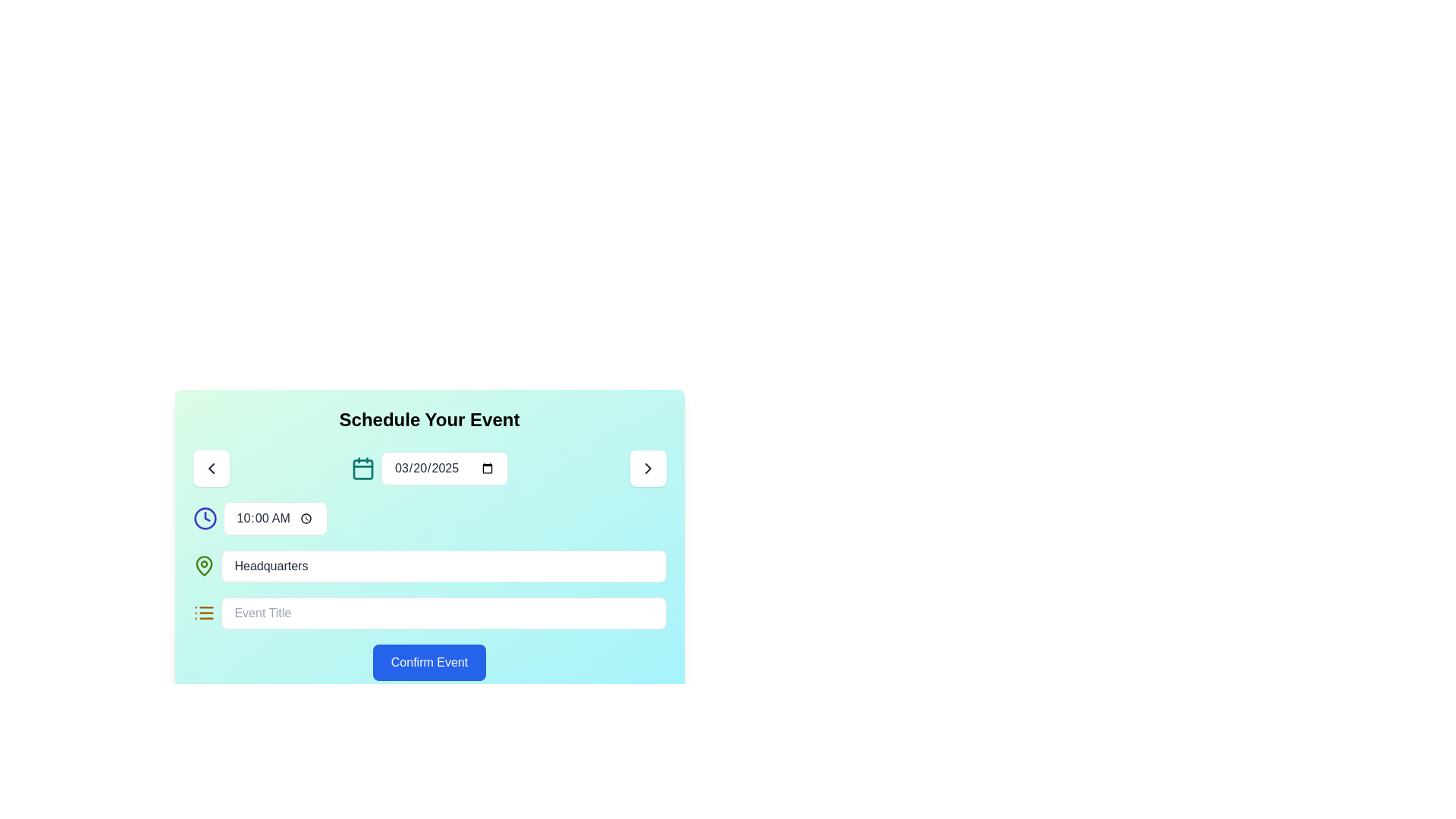 The width and height of the screenshot is (1456, 819). Describe the element at coordinates (428, 662) in the screenshot. I see `the blue 'Confirm Event' button with rounded corners located at the bottom of the 'Schedule Your Event' panel` at that location.